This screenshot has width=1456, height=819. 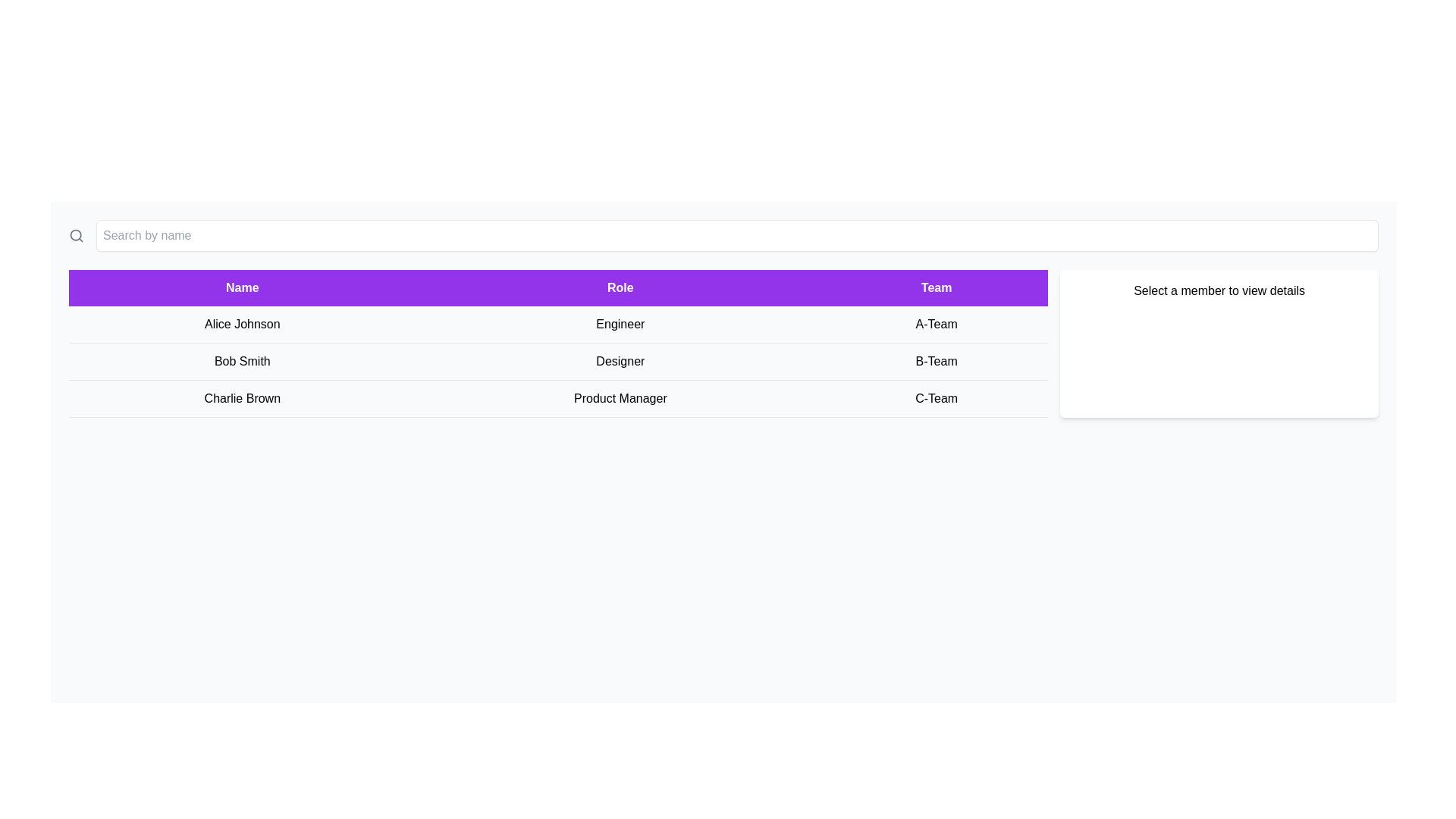 I want to click on the text label indicating the team membership 'B-Team' in the third column of the second row of the table, so click(x=936, y=362).